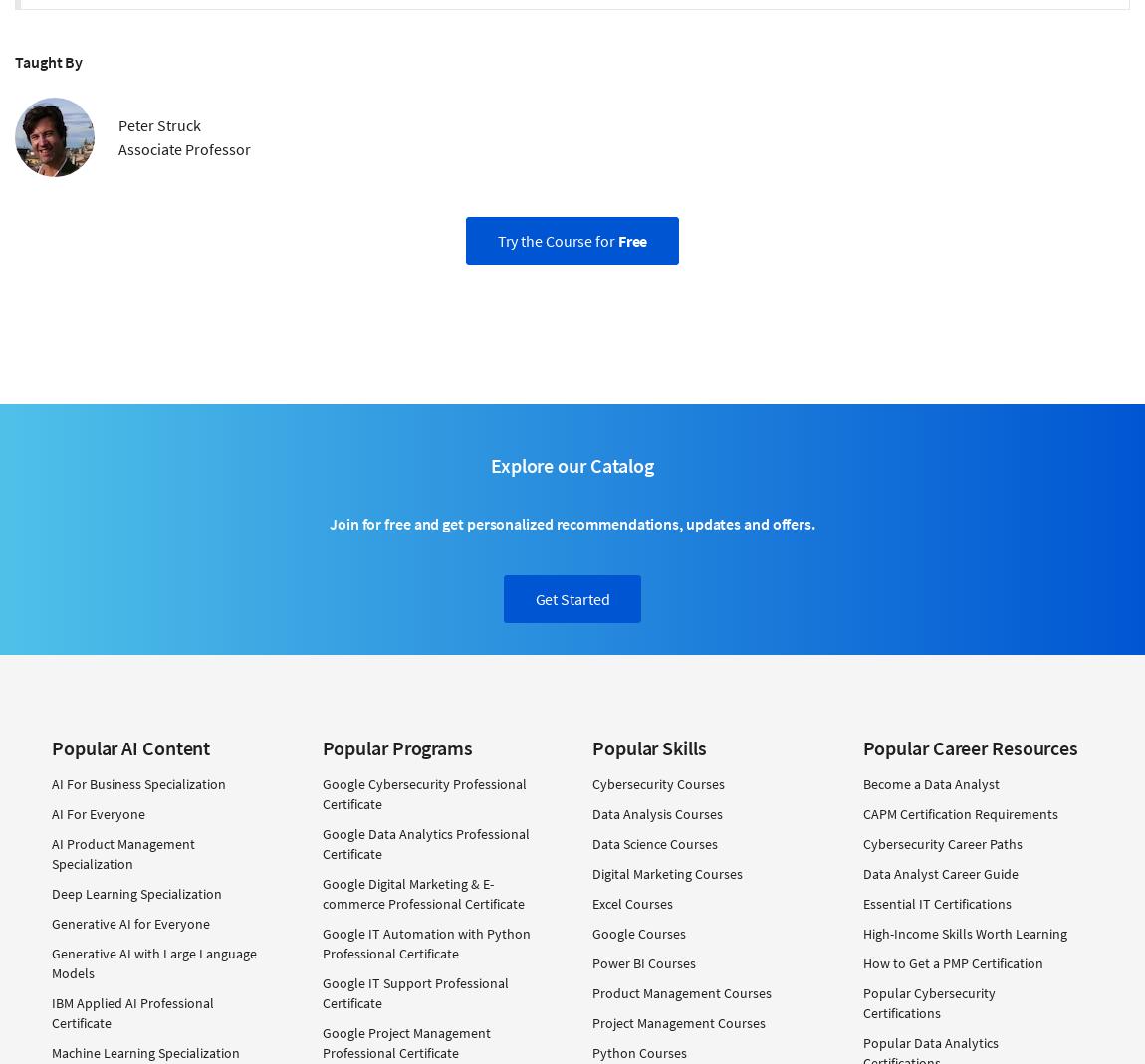  I want to click on 'Machine Learning Specialization', so click(144, 1052).